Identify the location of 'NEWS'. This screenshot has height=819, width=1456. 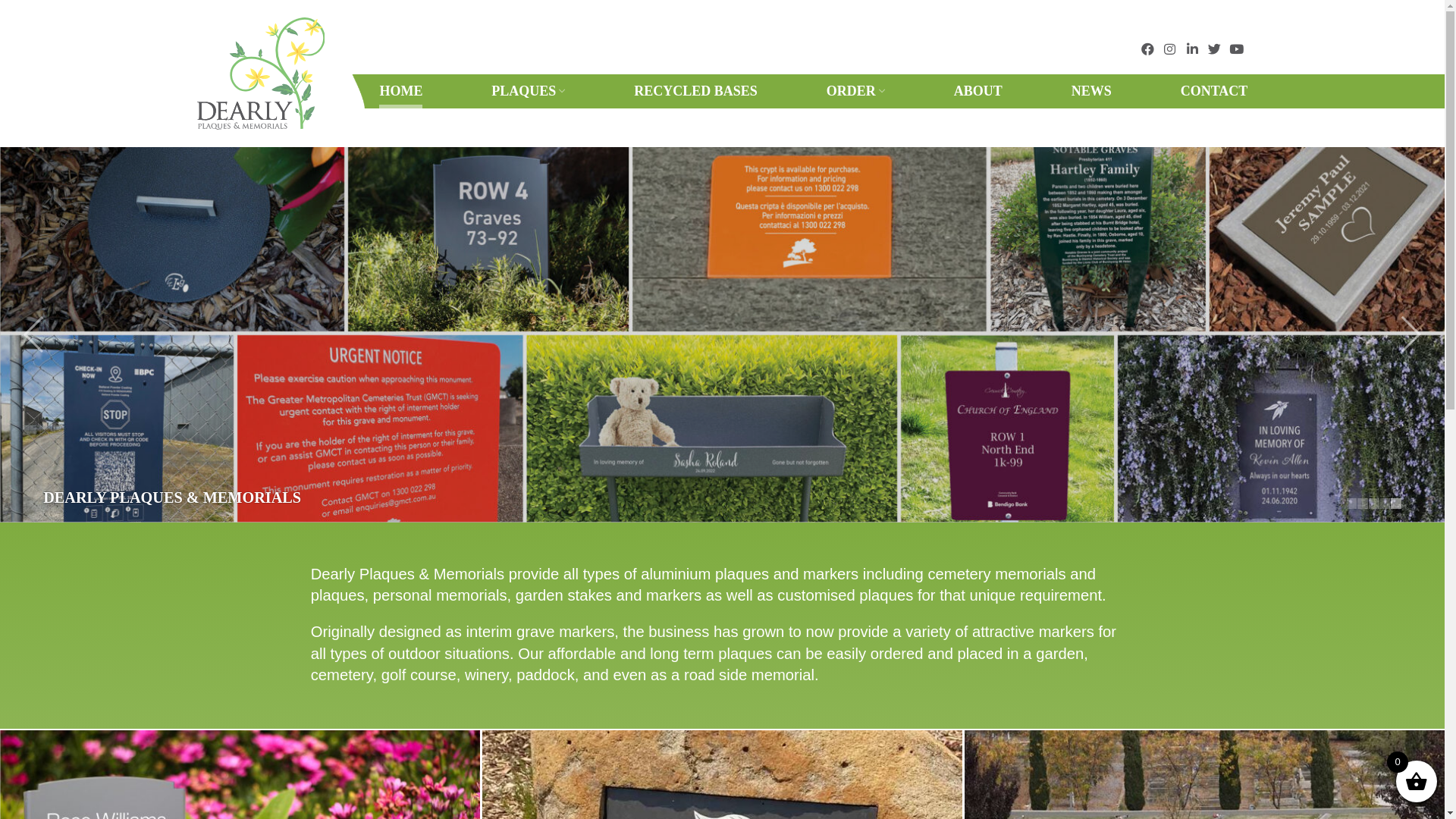
(1090, 91).